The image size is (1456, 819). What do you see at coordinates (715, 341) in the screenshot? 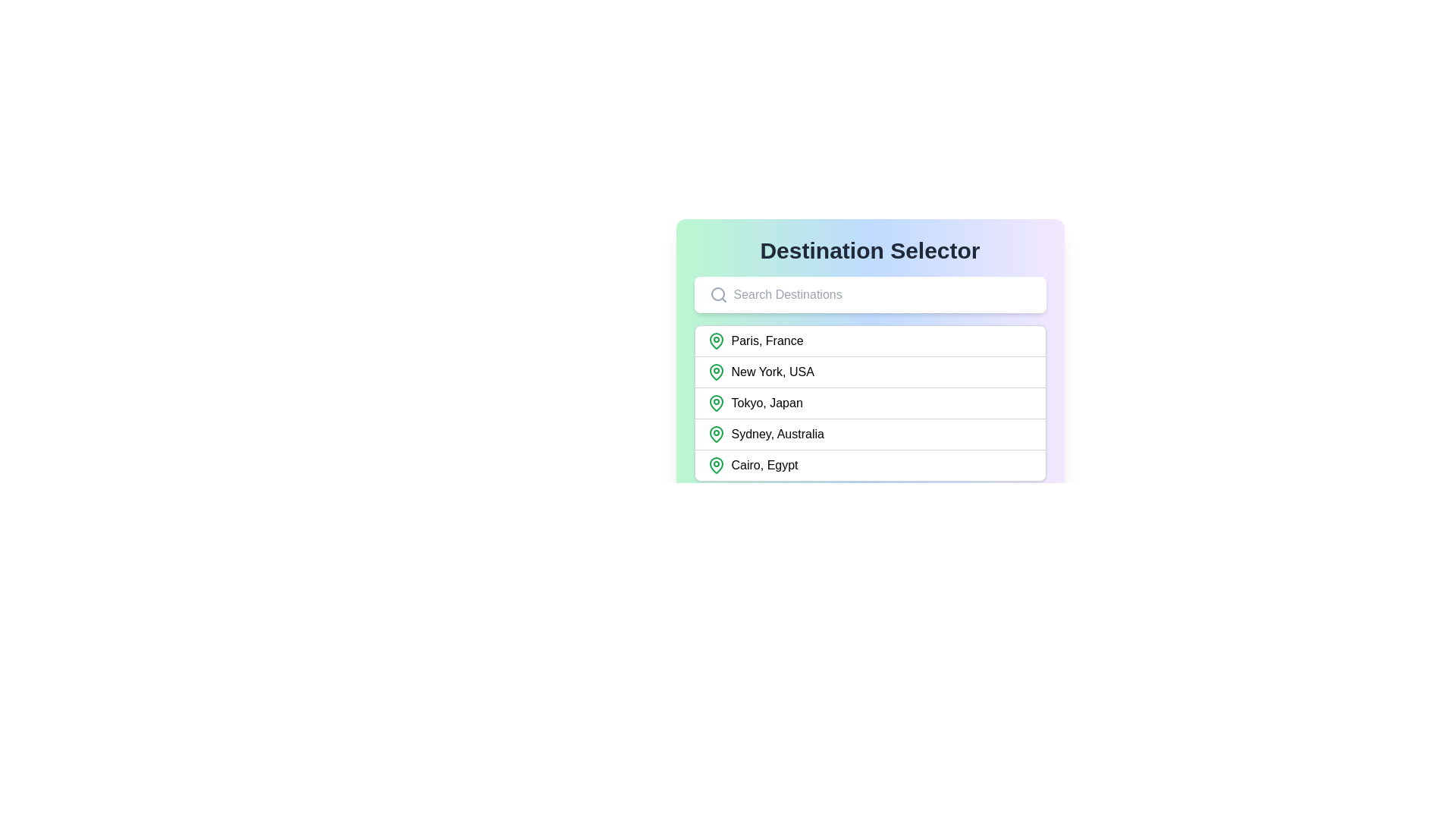
I see `the green outlined map pin icon located next to the text 'Paris, France' in the destination list` at bounding box center [715, 341].